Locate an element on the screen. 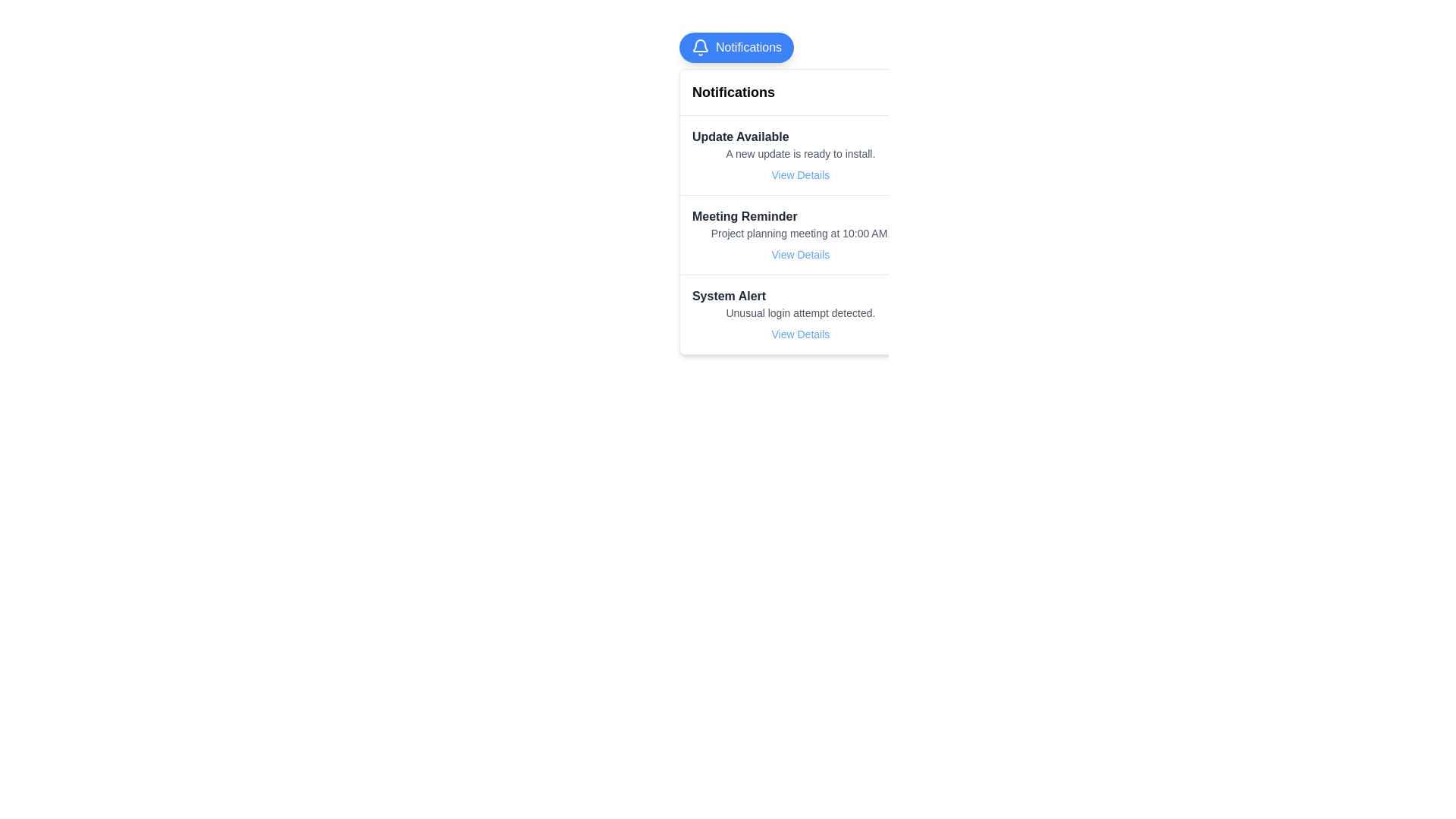  the Notification Card that informs about an unusual login attempt, positioned as the third item in the notification list is located at coordinates (800, 314).